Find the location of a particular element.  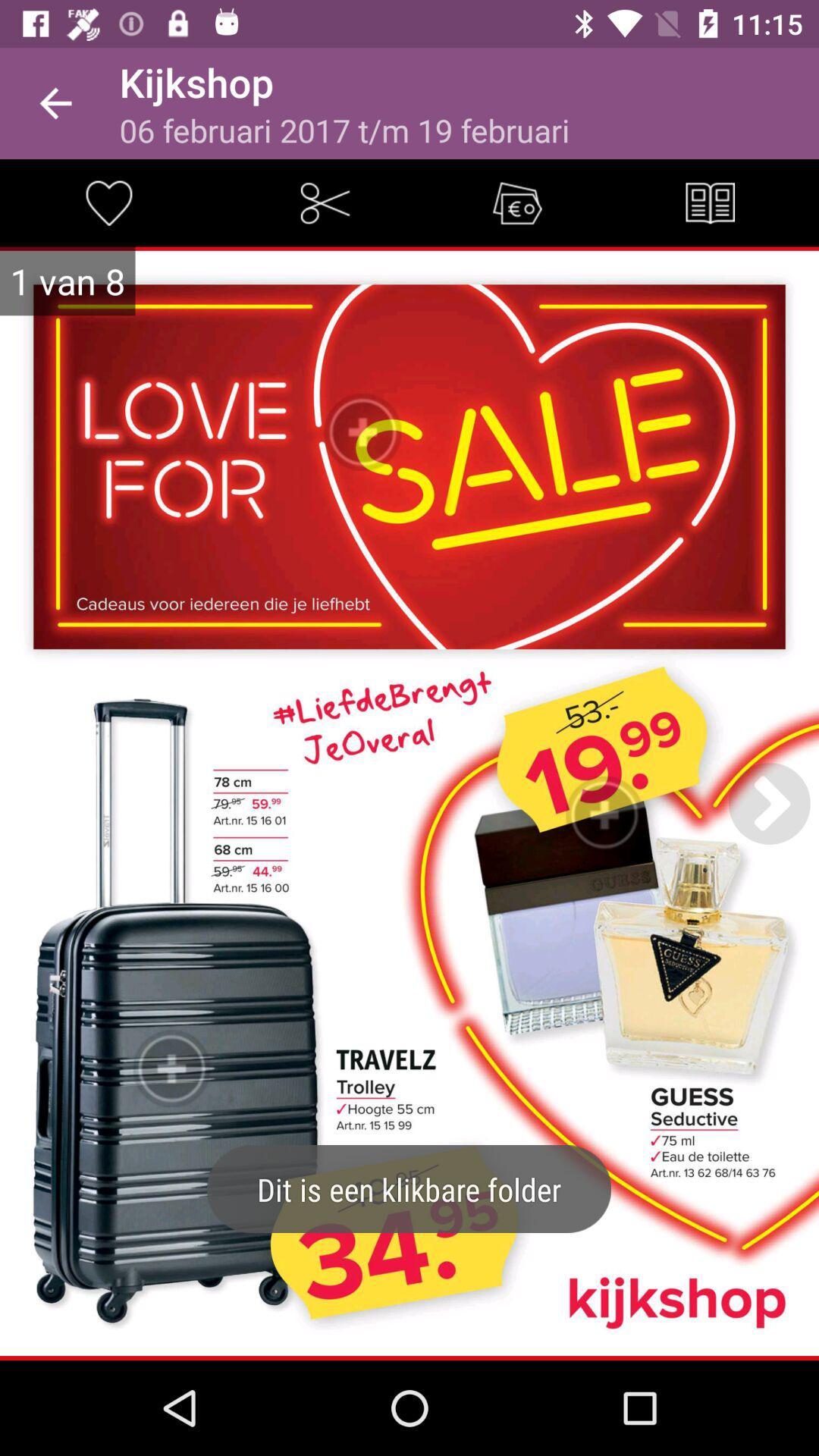

cupons is located at coordinates (516, 202).